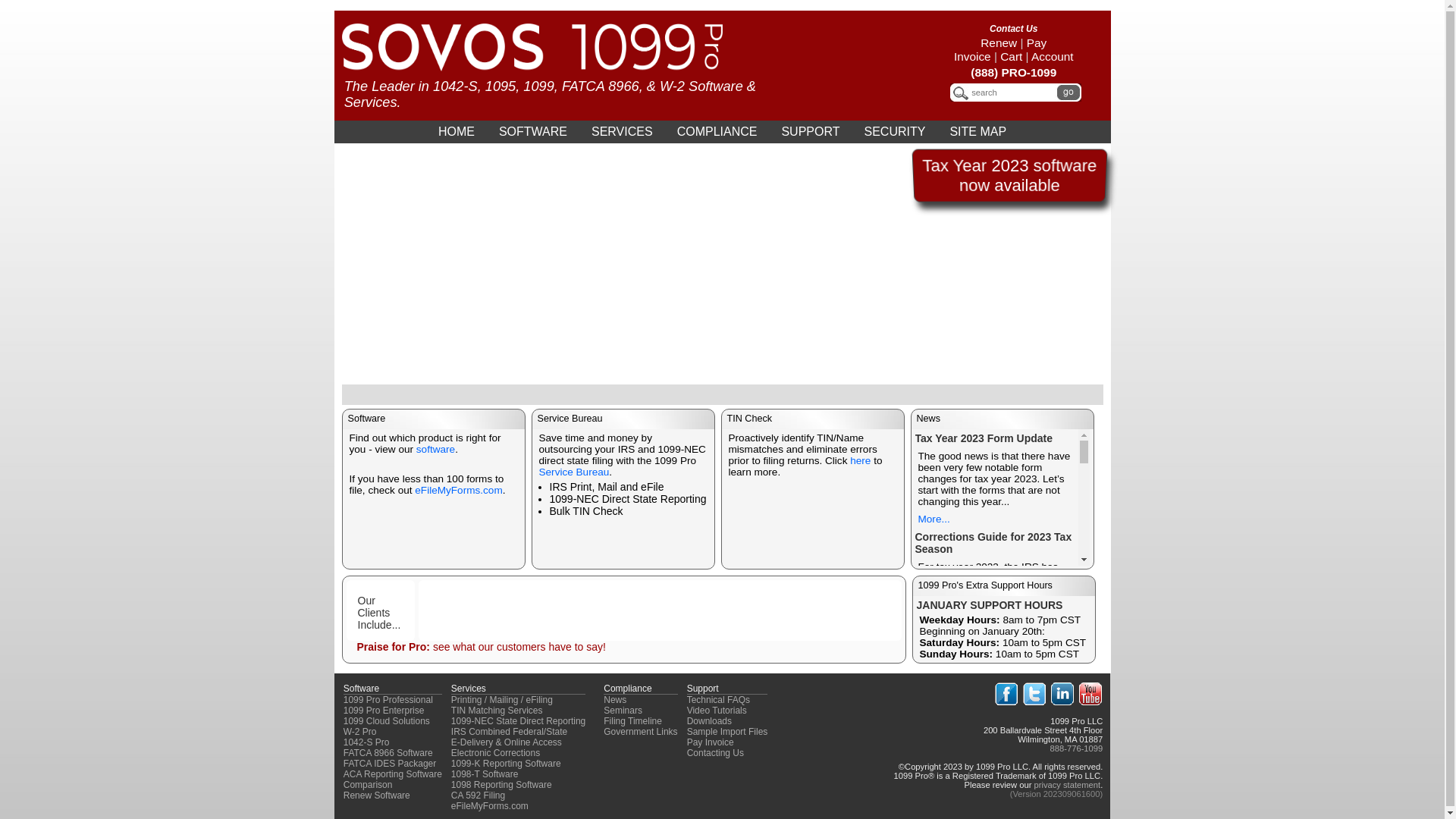  What do you see at coordinates (368, 784) in the screenshot?
I see `'Comparison'` at bounding box center [368, 784].